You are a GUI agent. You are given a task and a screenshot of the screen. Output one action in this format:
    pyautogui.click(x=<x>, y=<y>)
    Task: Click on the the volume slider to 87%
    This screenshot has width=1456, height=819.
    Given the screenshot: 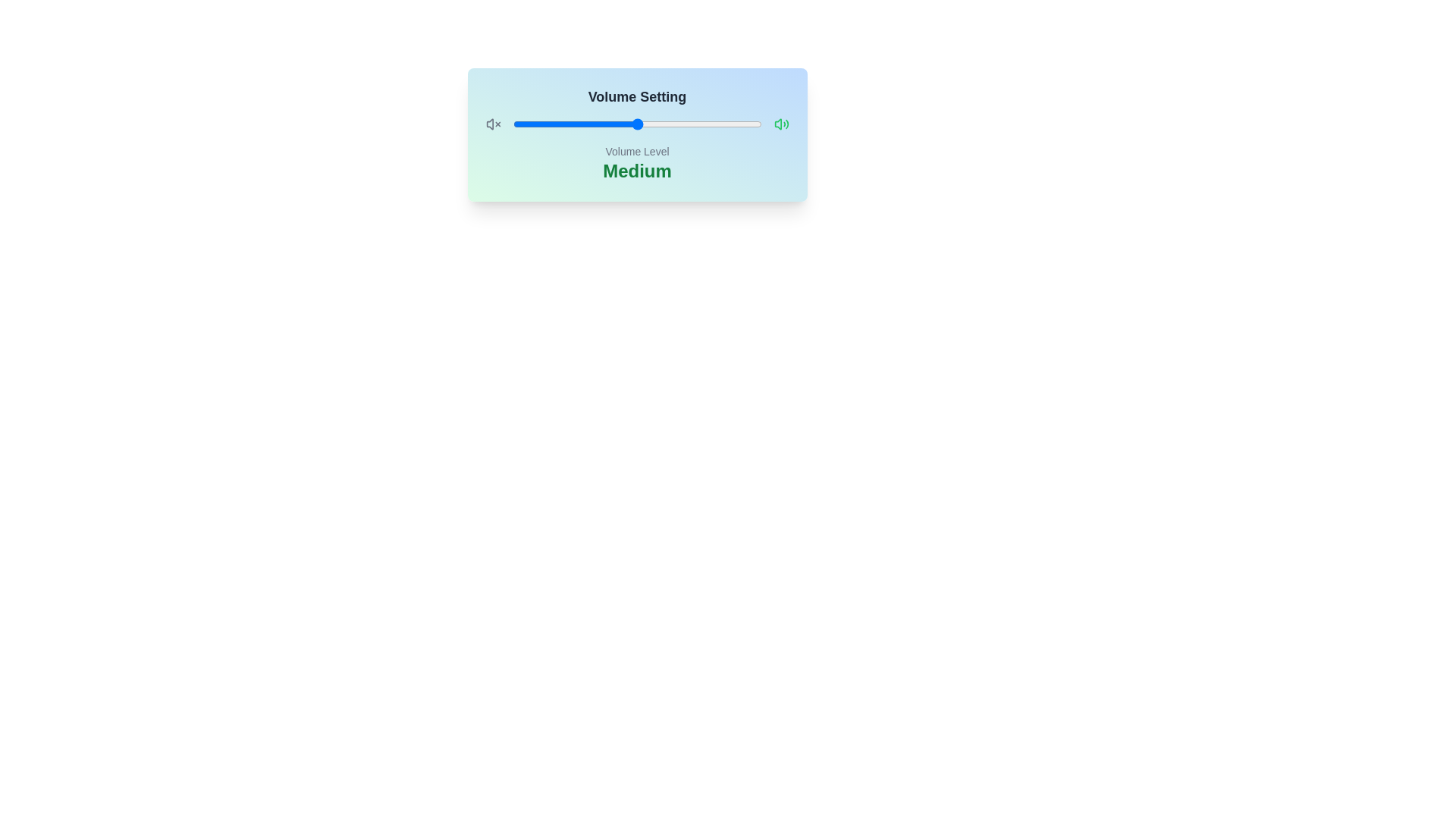 What is the action you would take?
    pyautogui.click(x=729, y=124)
    